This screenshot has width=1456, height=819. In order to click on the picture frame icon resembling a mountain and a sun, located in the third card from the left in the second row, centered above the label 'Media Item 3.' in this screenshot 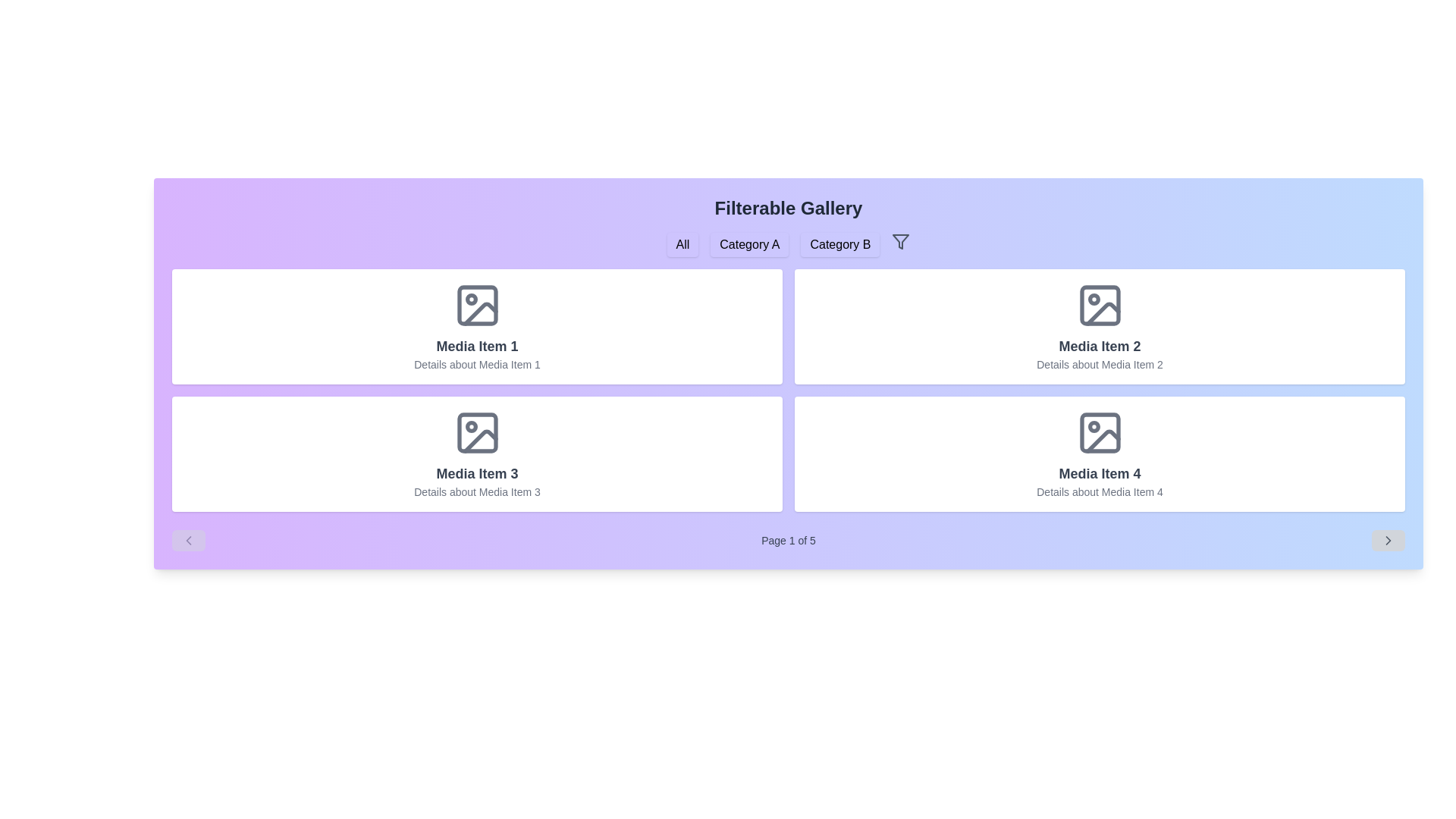, I will do `click(476, 432)`.